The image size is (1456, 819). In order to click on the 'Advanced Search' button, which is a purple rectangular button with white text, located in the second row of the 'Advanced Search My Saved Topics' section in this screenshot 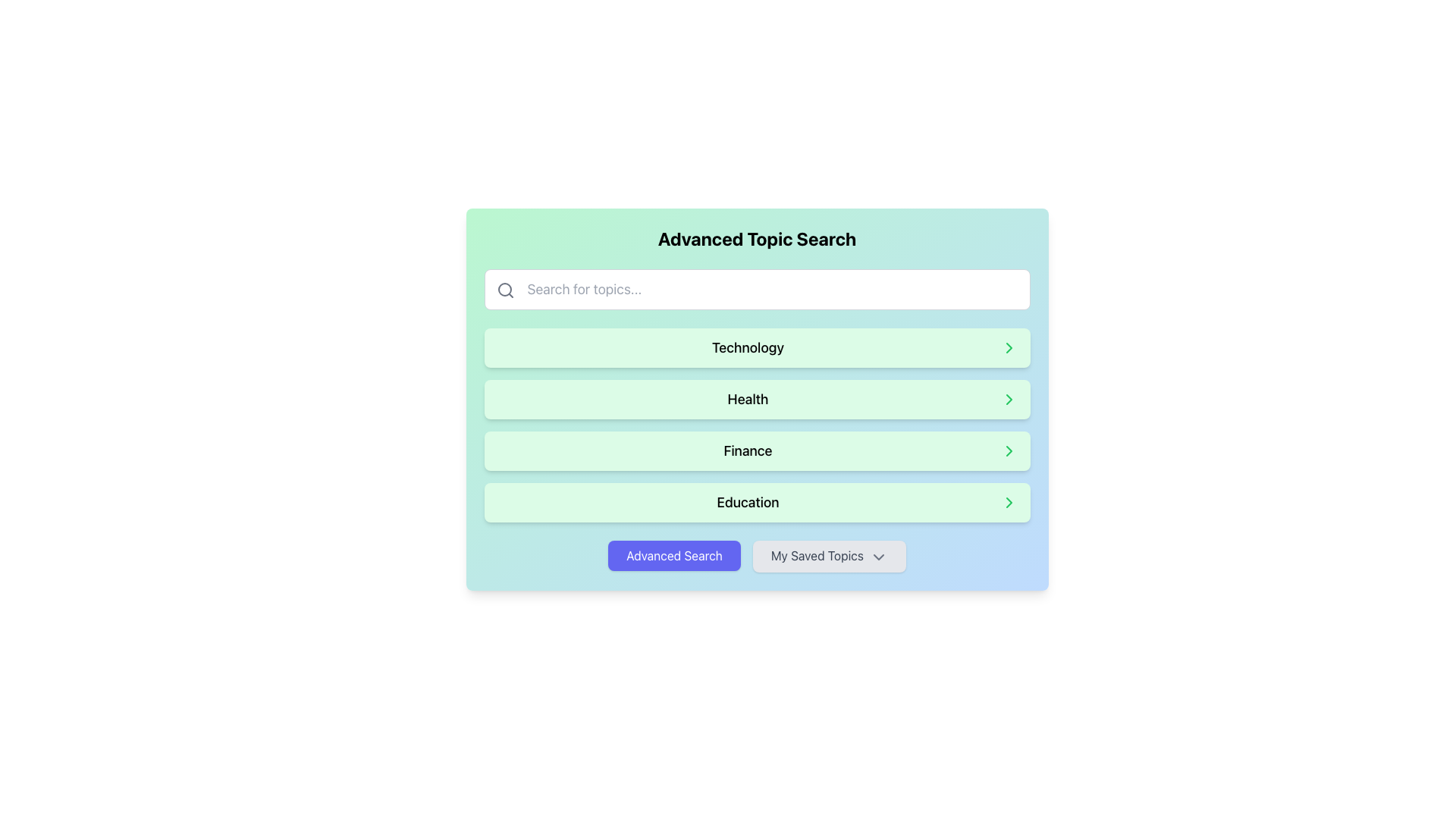, I will do `click(673, 555)`.